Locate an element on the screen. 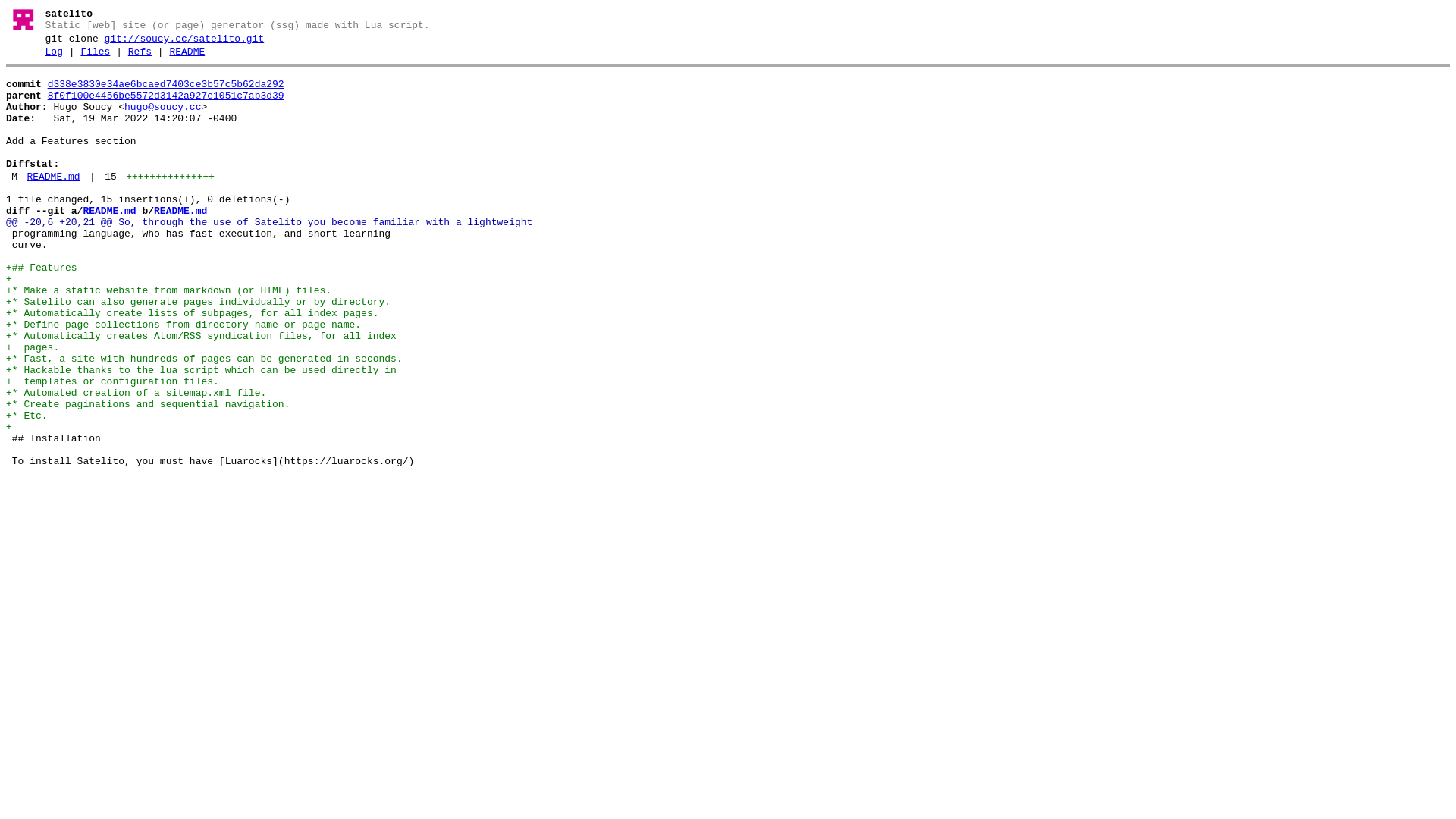 The image size is (1456, 819). '+* Create paginations and sequential navigation.' is located at coordinates (148, 403).